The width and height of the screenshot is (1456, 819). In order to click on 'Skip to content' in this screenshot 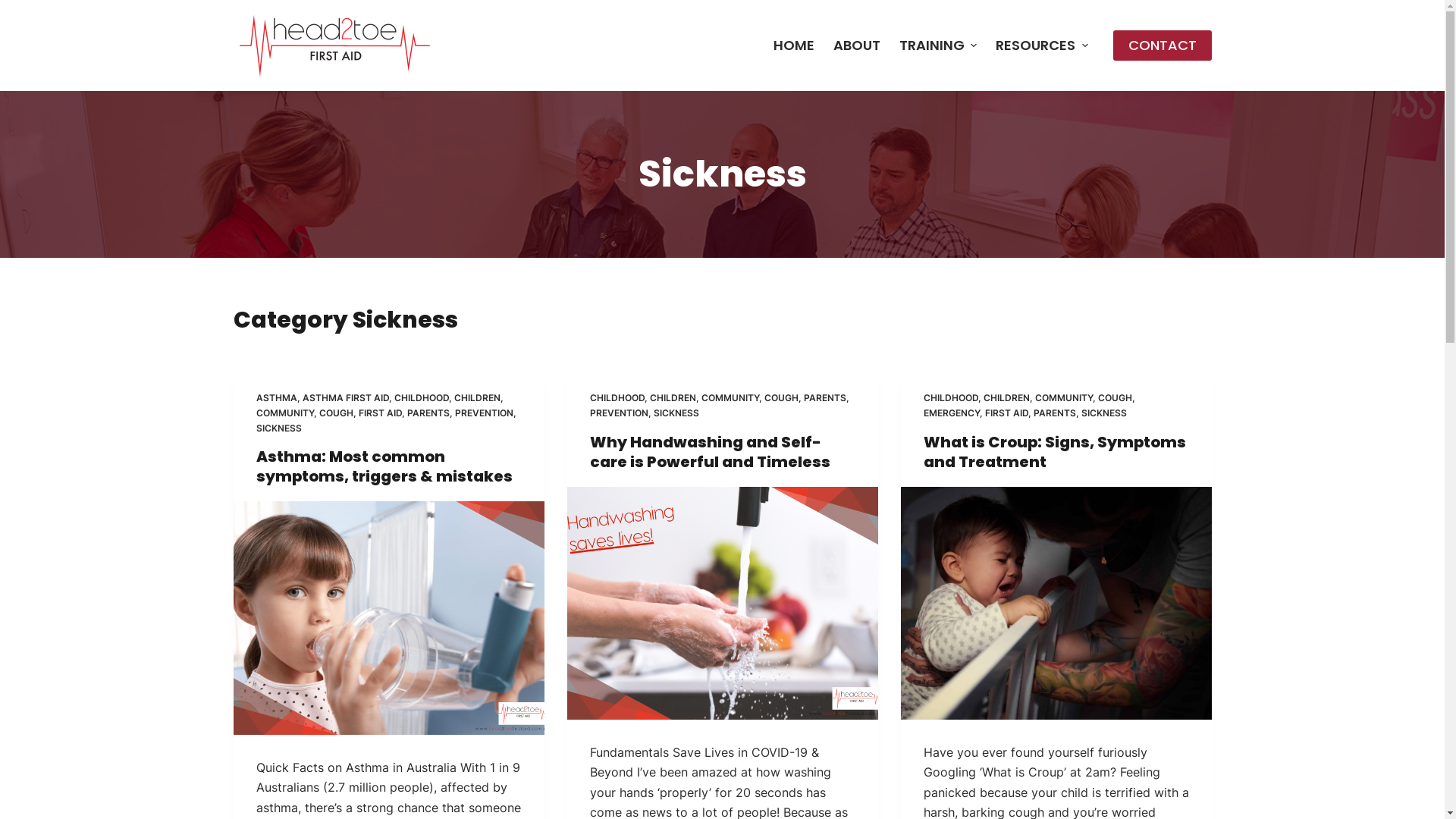, I will do `click(0, 8)`.